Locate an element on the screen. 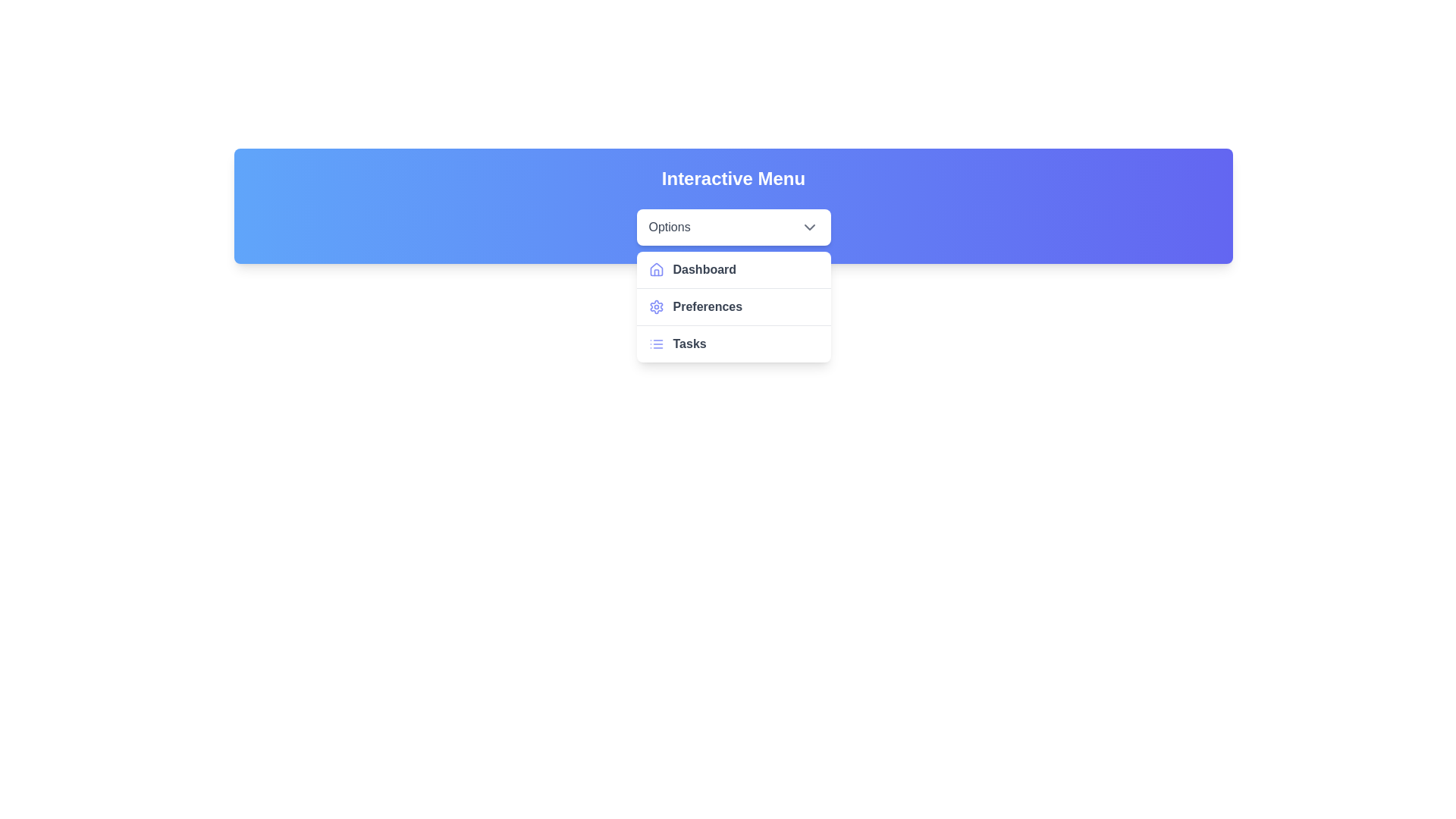 This screenshot has width=1456, height=819. the downward-facing chevron icon located to the right of the 'Options' text is located at coordinates (808, 227).